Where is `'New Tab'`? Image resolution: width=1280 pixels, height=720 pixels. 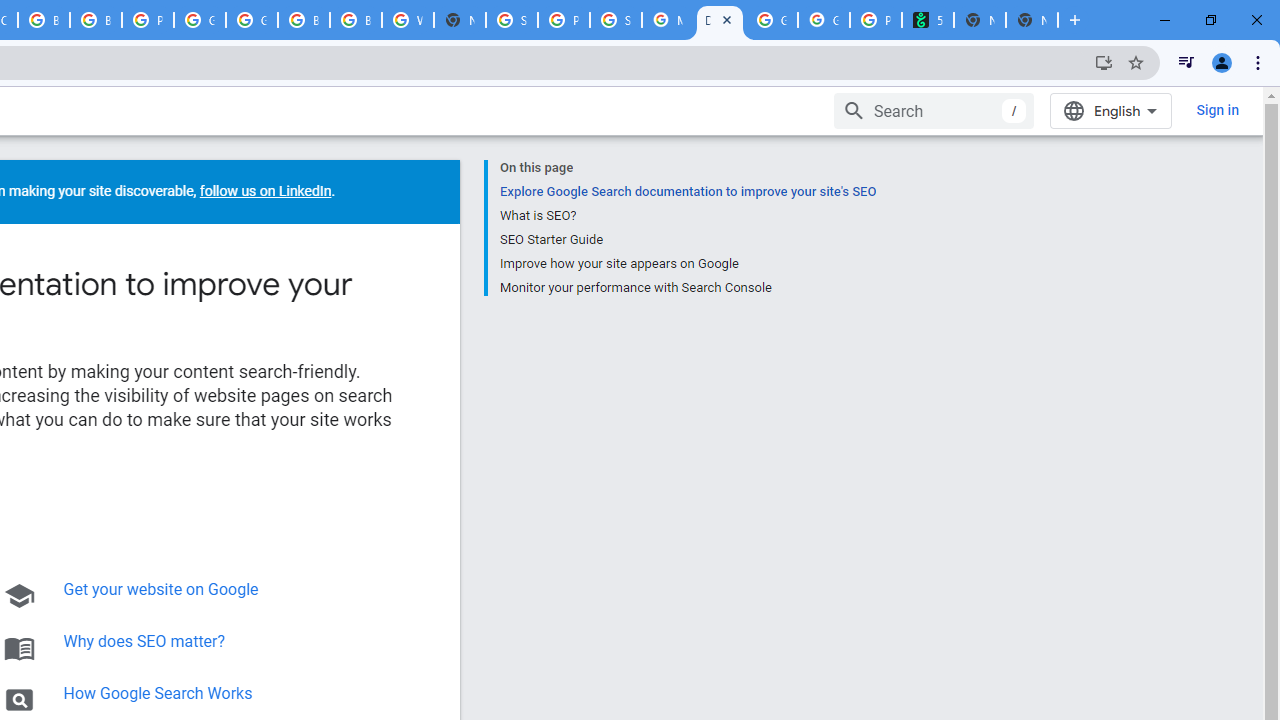 'New Tab' is located at coordinates (1032, 20).